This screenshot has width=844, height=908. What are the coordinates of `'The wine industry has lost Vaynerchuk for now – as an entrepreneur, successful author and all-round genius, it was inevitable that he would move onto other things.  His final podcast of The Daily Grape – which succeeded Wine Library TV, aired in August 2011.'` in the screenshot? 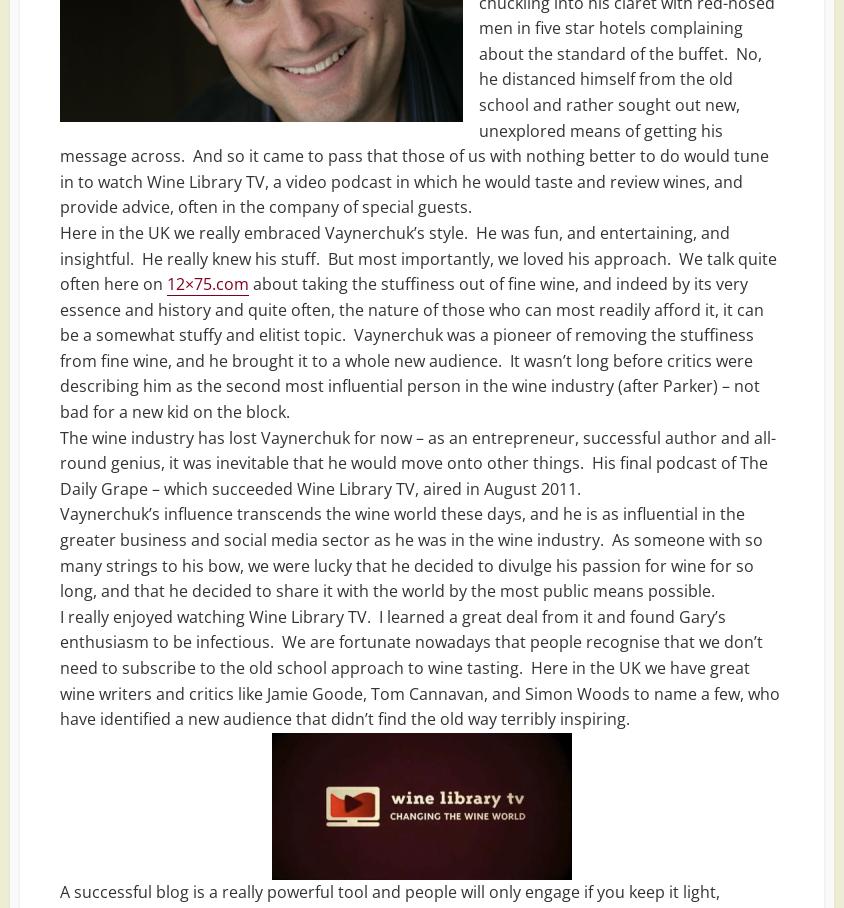 It's located at (418, 461).